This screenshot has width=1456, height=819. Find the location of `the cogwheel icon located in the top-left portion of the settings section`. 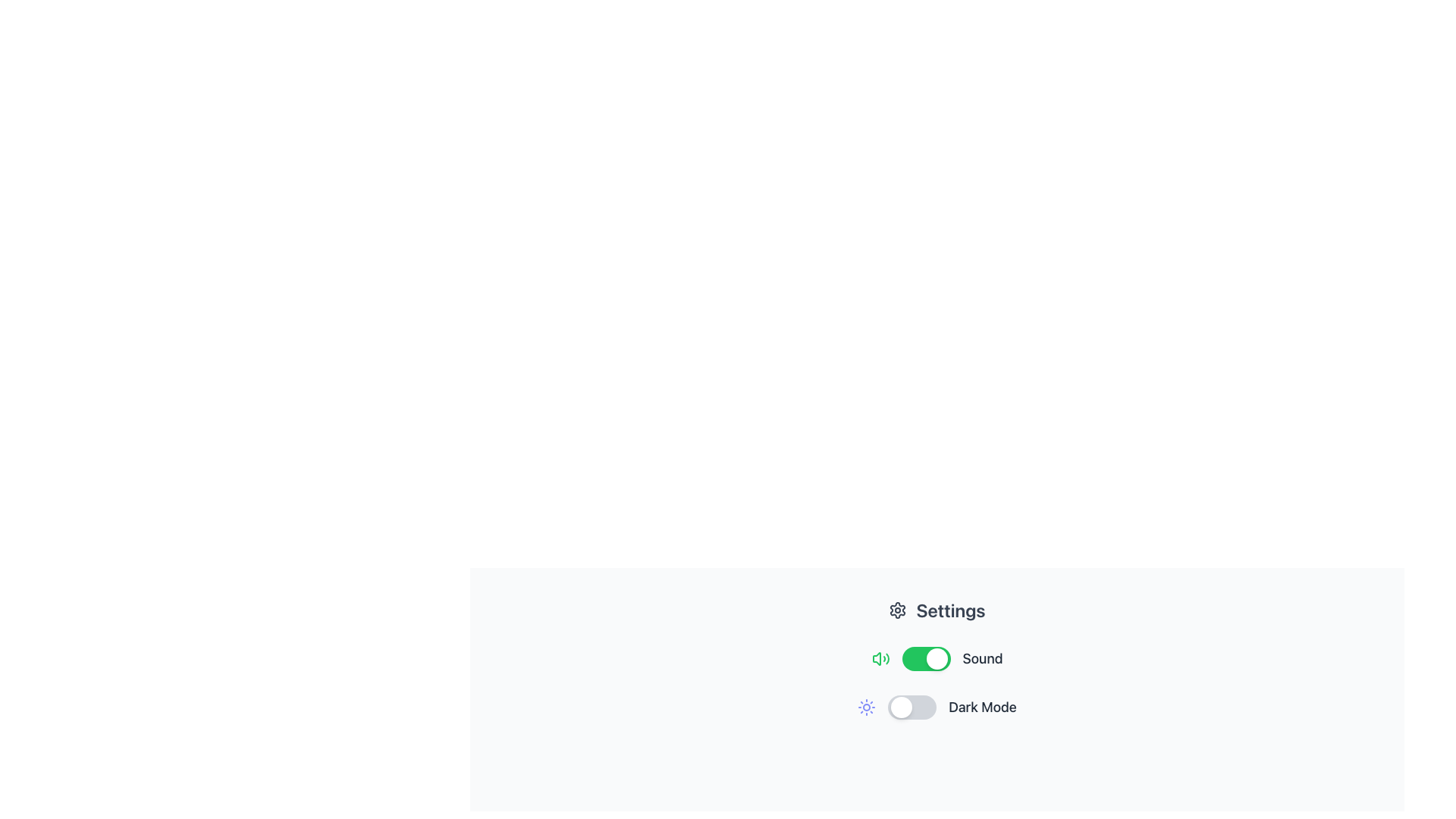

the cogwheel icon located in the top-left portion of the settings section is located at coordinates (898, 610).